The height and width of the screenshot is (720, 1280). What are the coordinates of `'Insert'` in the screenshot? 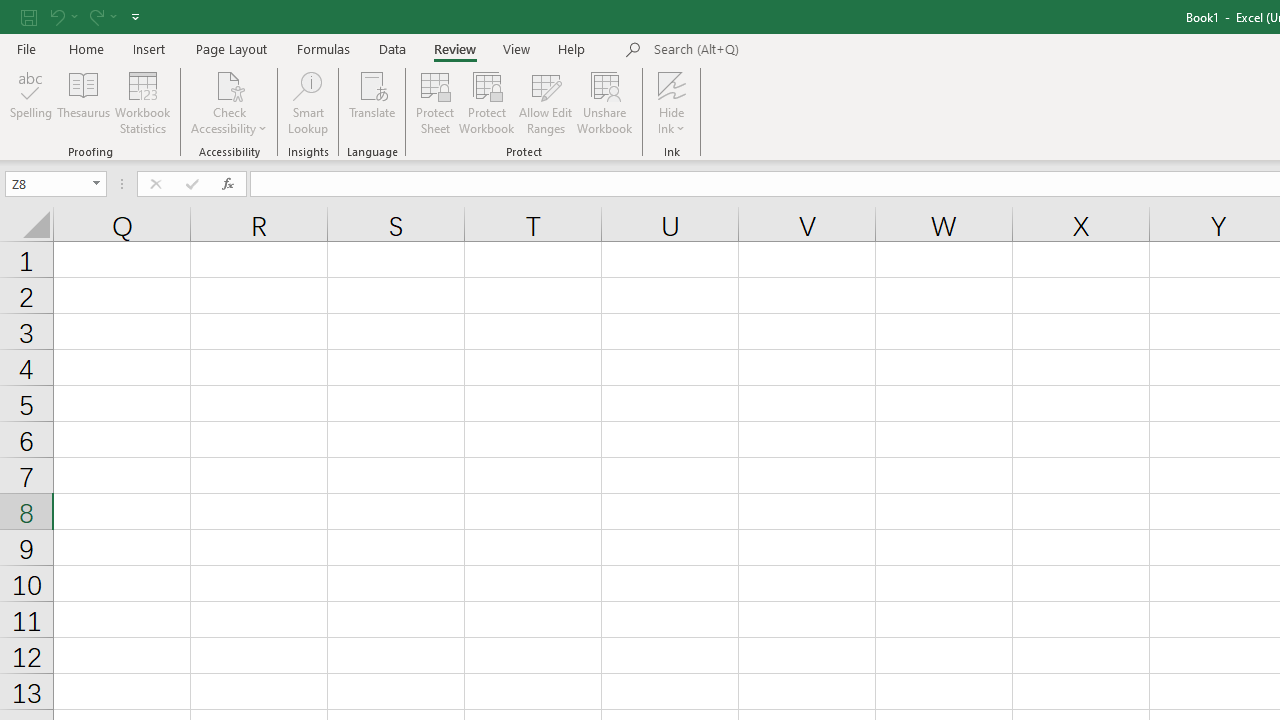 It's located at (148, 48).